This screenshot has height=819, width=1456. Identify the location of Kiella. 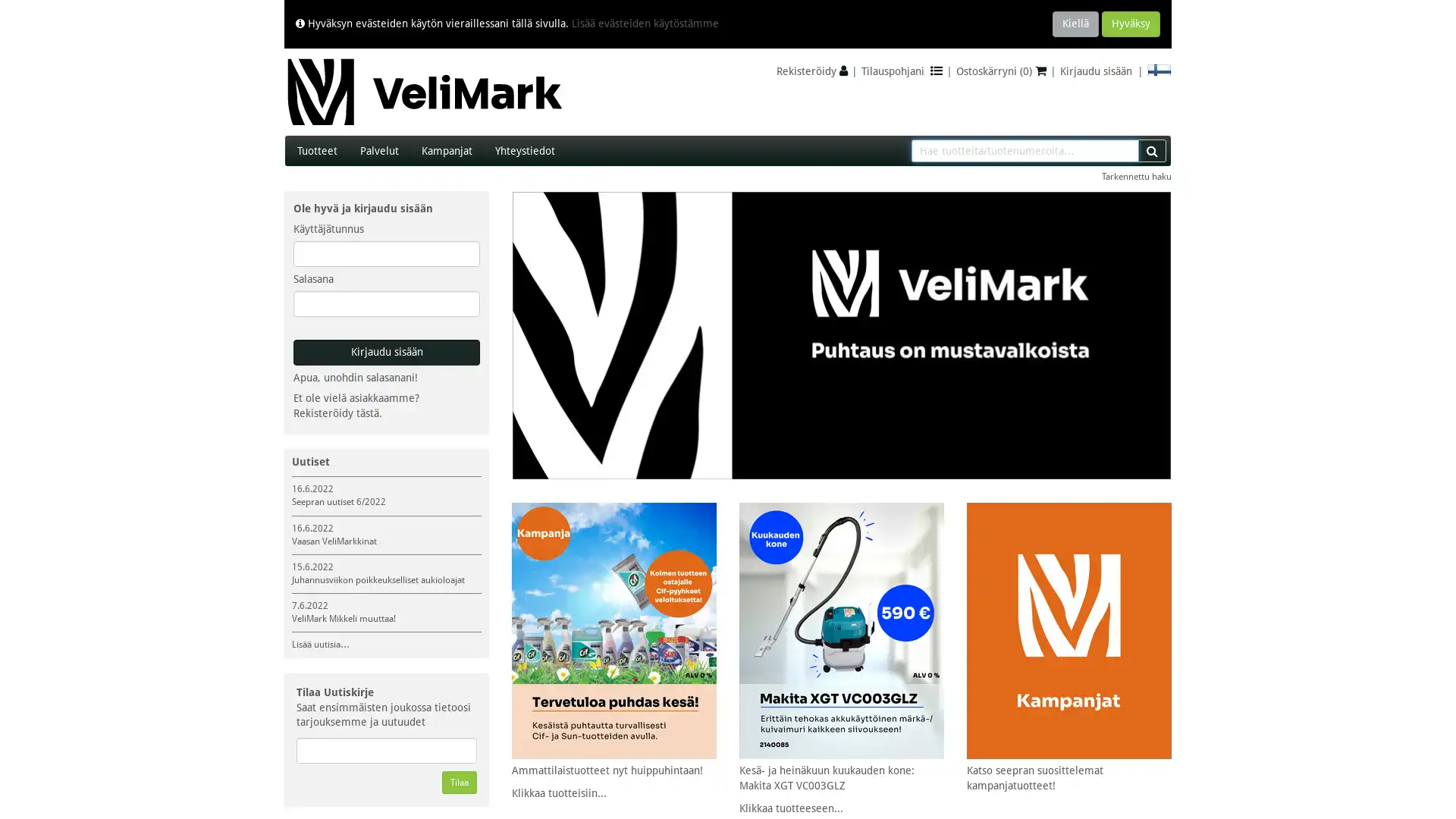
(1075, 24).